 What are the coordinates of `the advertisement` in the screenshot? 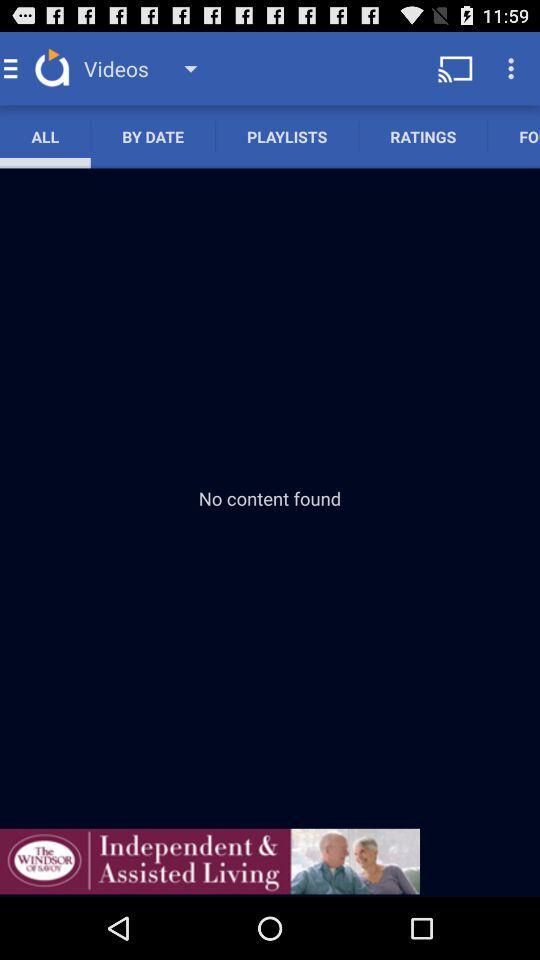 It's located at (209, 860).